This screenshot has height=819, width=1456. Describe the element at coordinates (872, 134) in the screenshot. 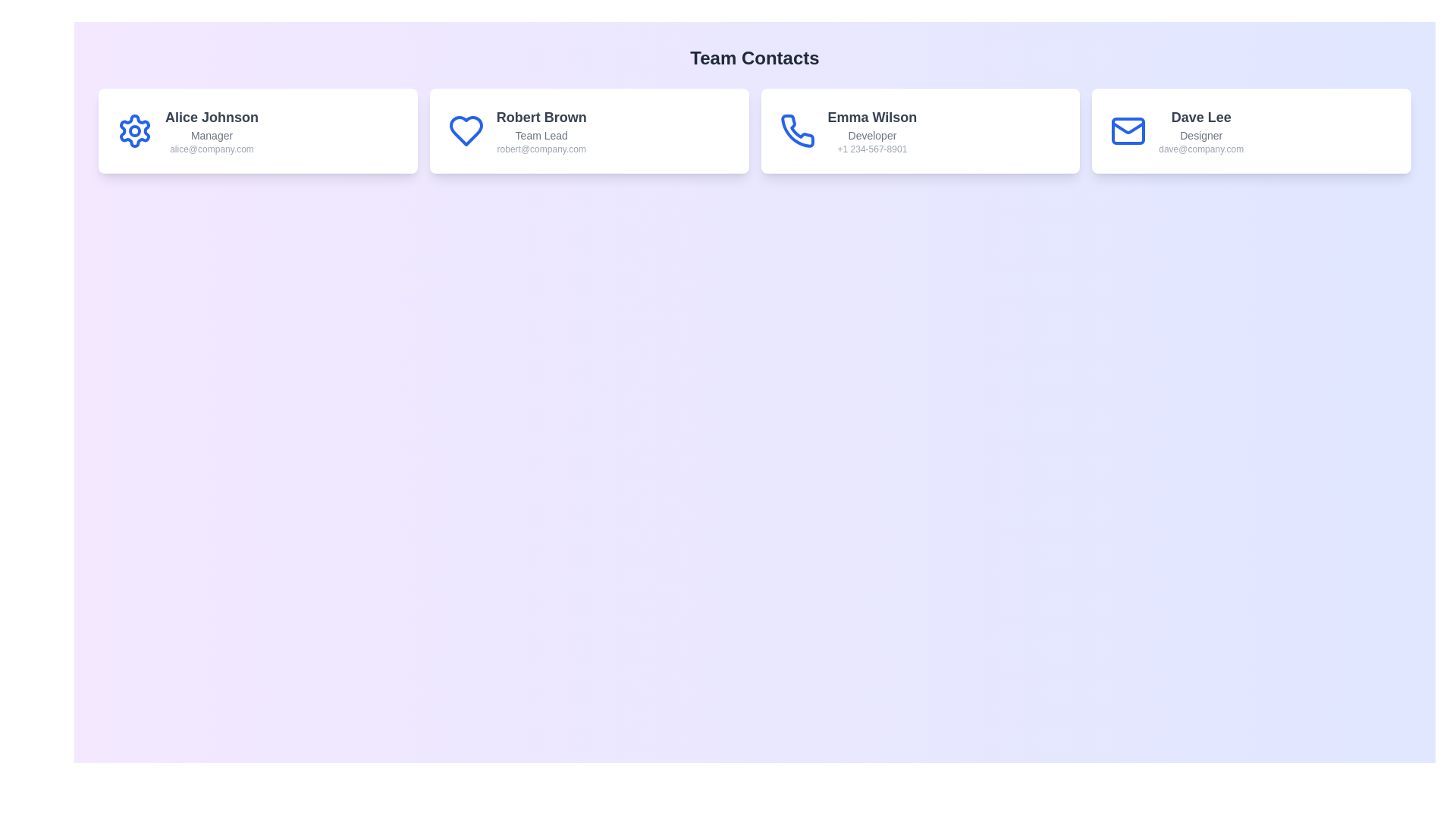

I see `the informational text label describing the professional role or title of the contact 'Emma Wilson' located in the second position of the contact card` at that location.